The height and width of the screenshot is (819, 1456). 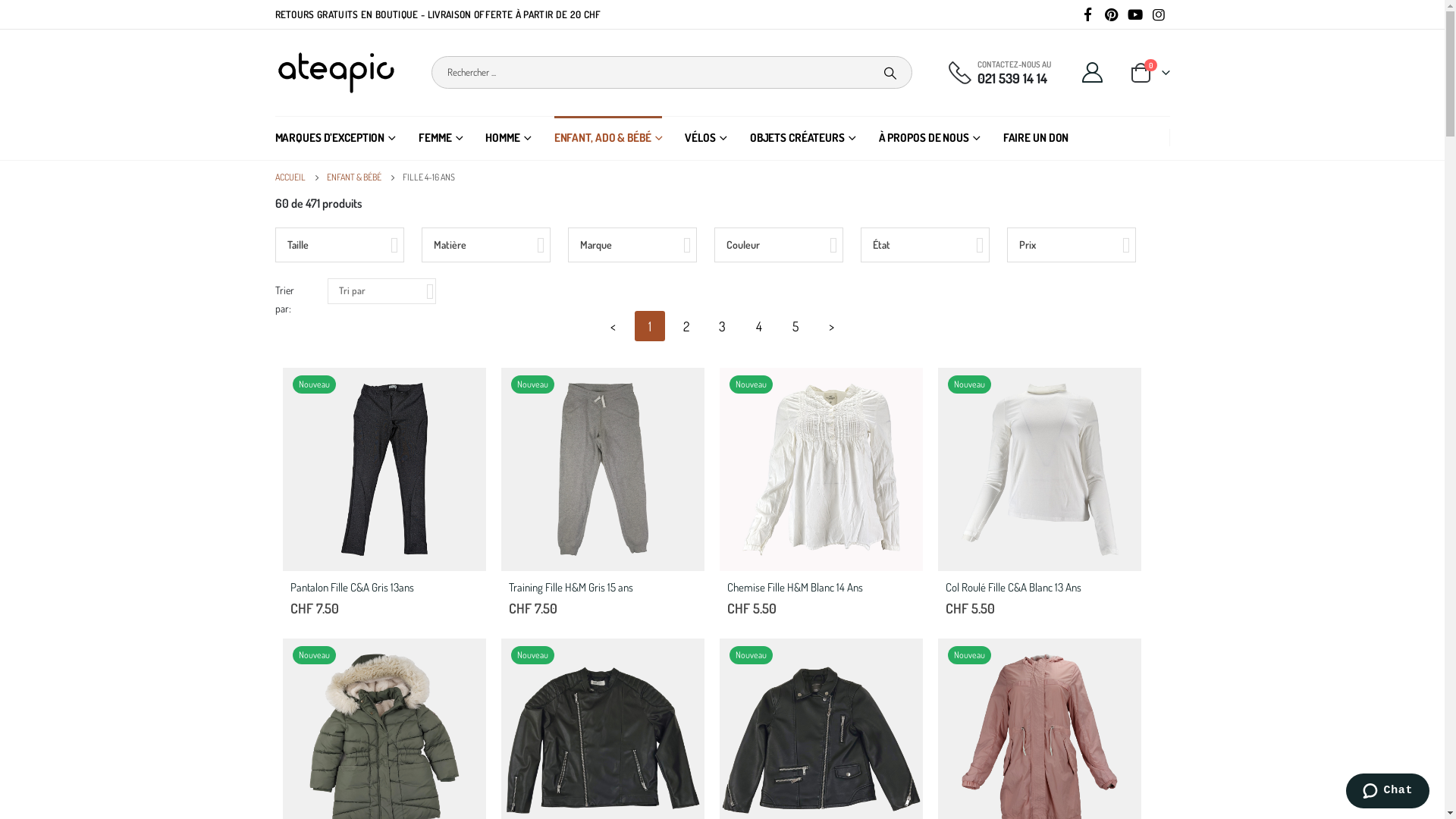 What do you see at coordinates (648, 325) in the screenshot?
I see `'1'` at bounding box center [648, 325].